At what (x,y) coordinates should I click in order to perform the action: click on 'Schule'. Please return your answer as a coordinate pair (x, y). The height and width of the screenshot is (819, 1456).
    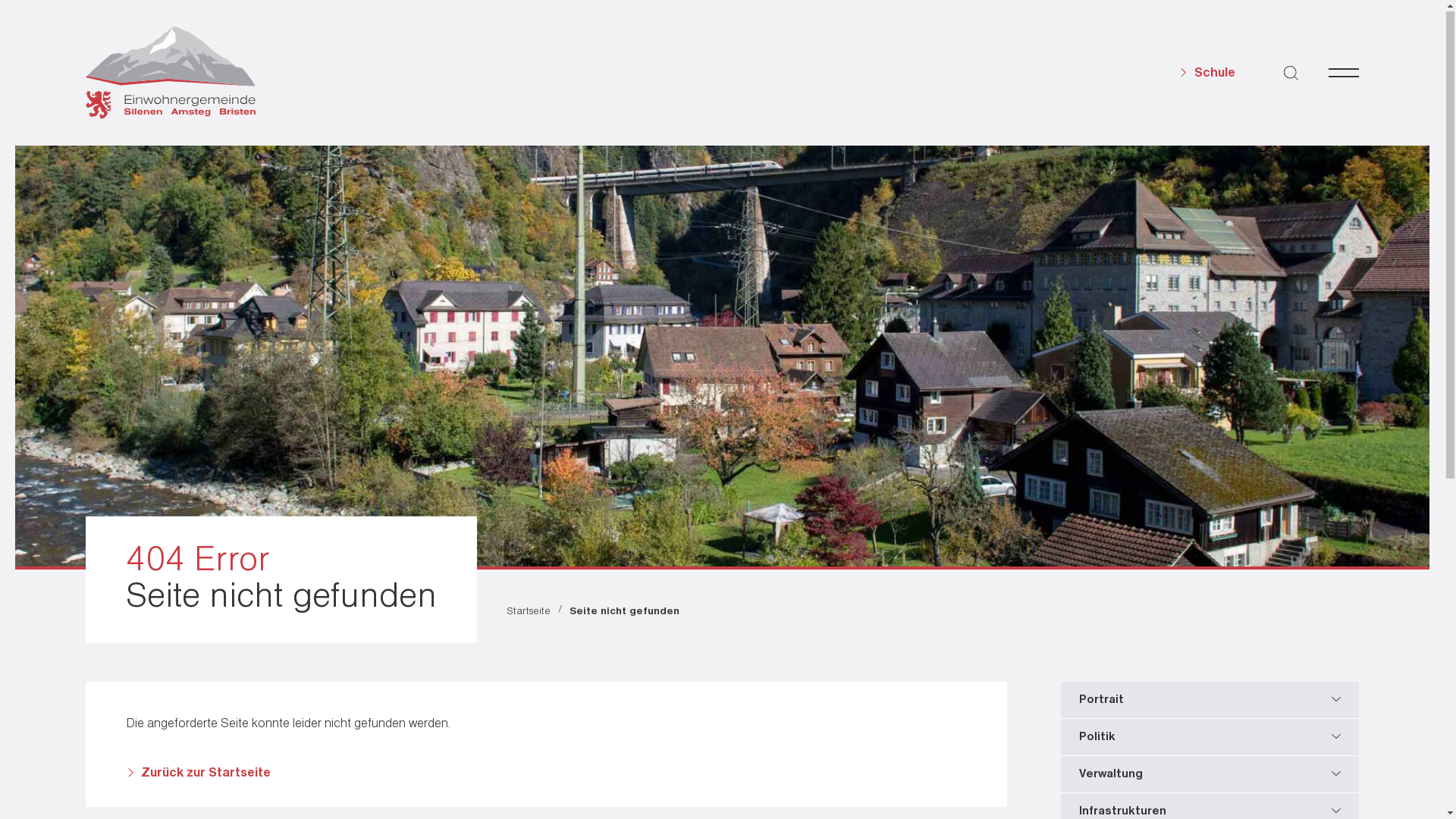
    Looking at the image, I should click on (1207, 74).